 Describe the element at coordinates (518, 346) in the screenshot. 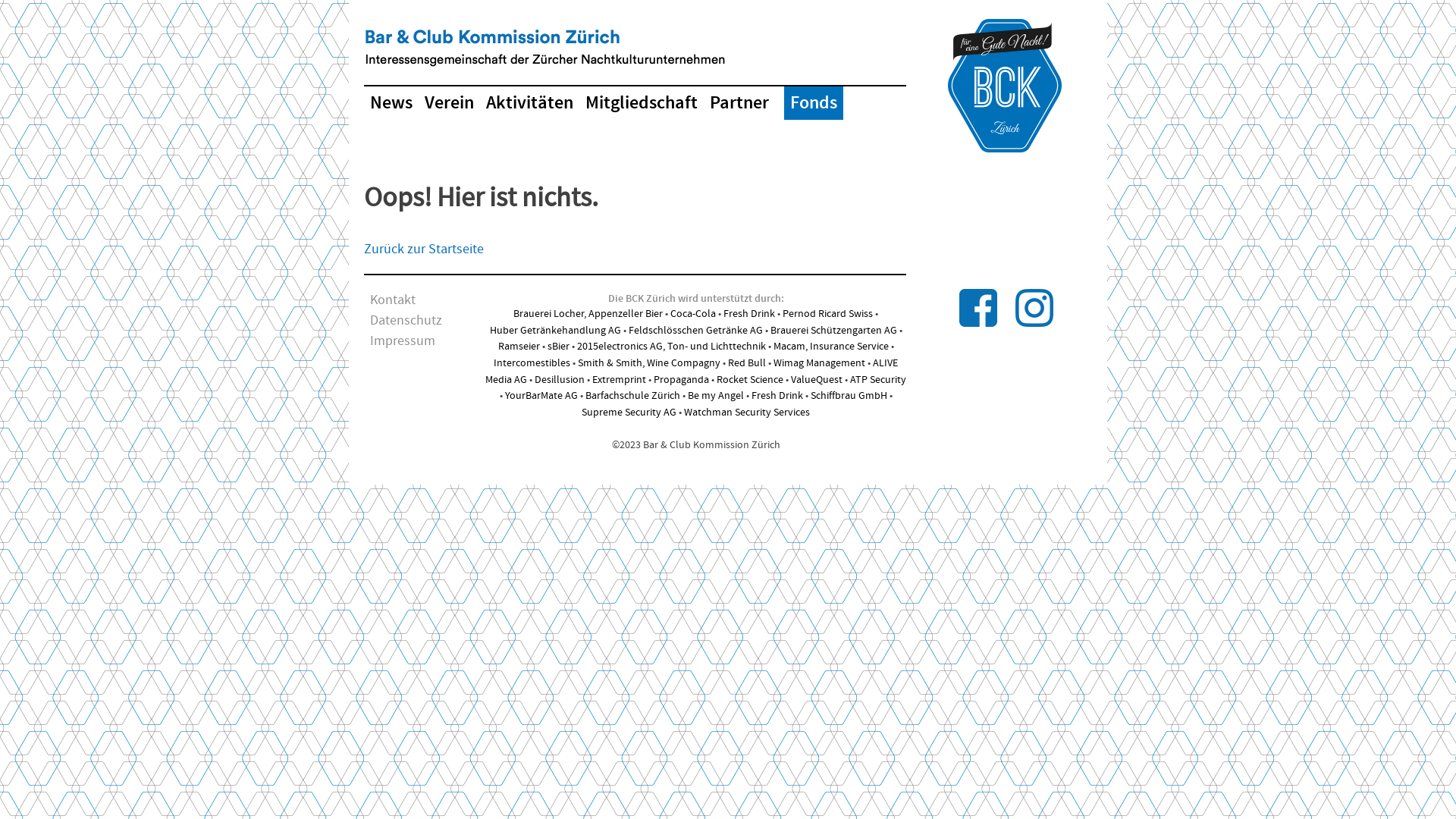

I see `'Ramseier'` at that location.